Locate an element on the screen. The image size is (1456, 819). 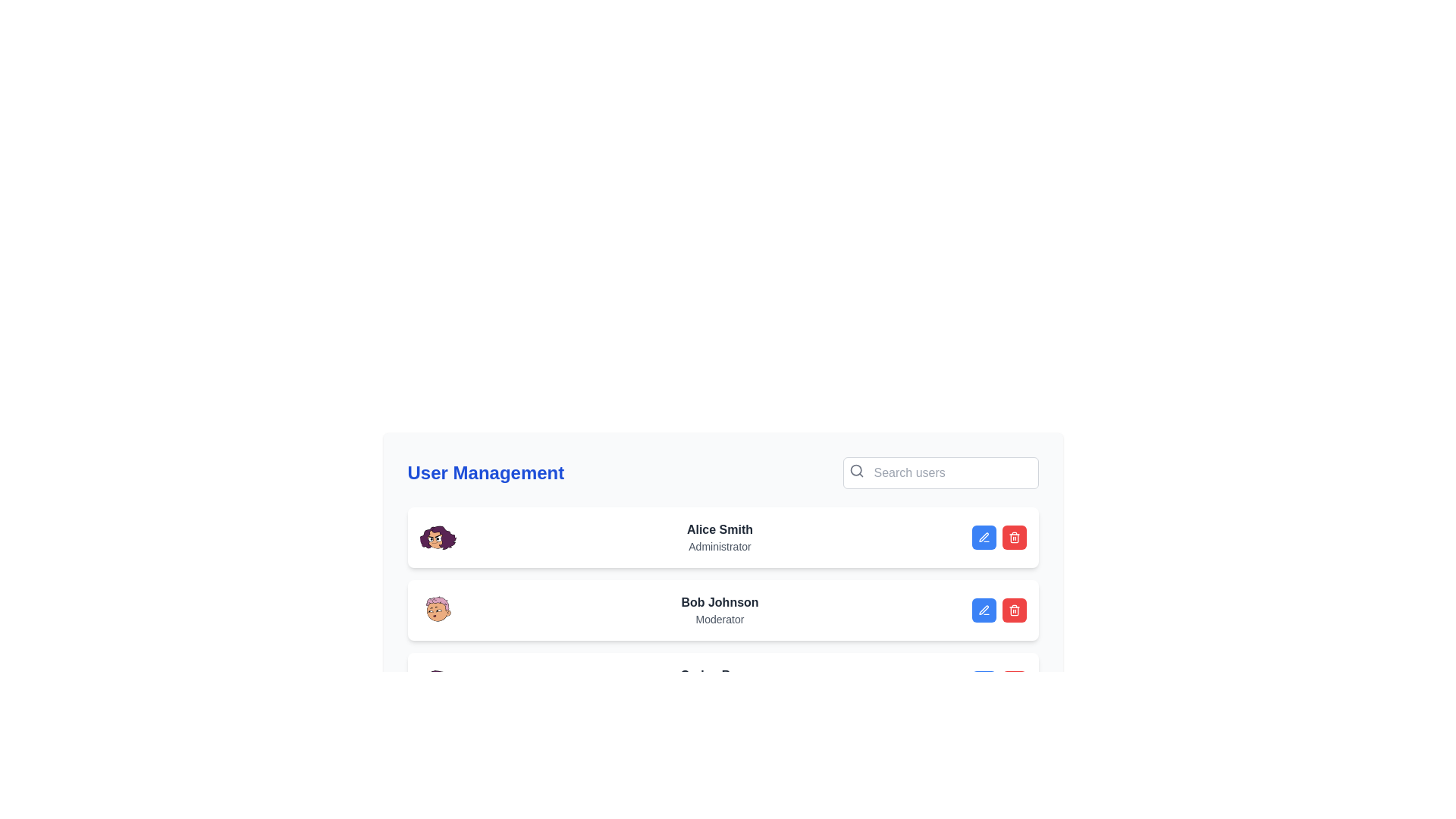
the circular user avatar of 'Alice Smith, Administrator' is located at coordinates (437, 537).